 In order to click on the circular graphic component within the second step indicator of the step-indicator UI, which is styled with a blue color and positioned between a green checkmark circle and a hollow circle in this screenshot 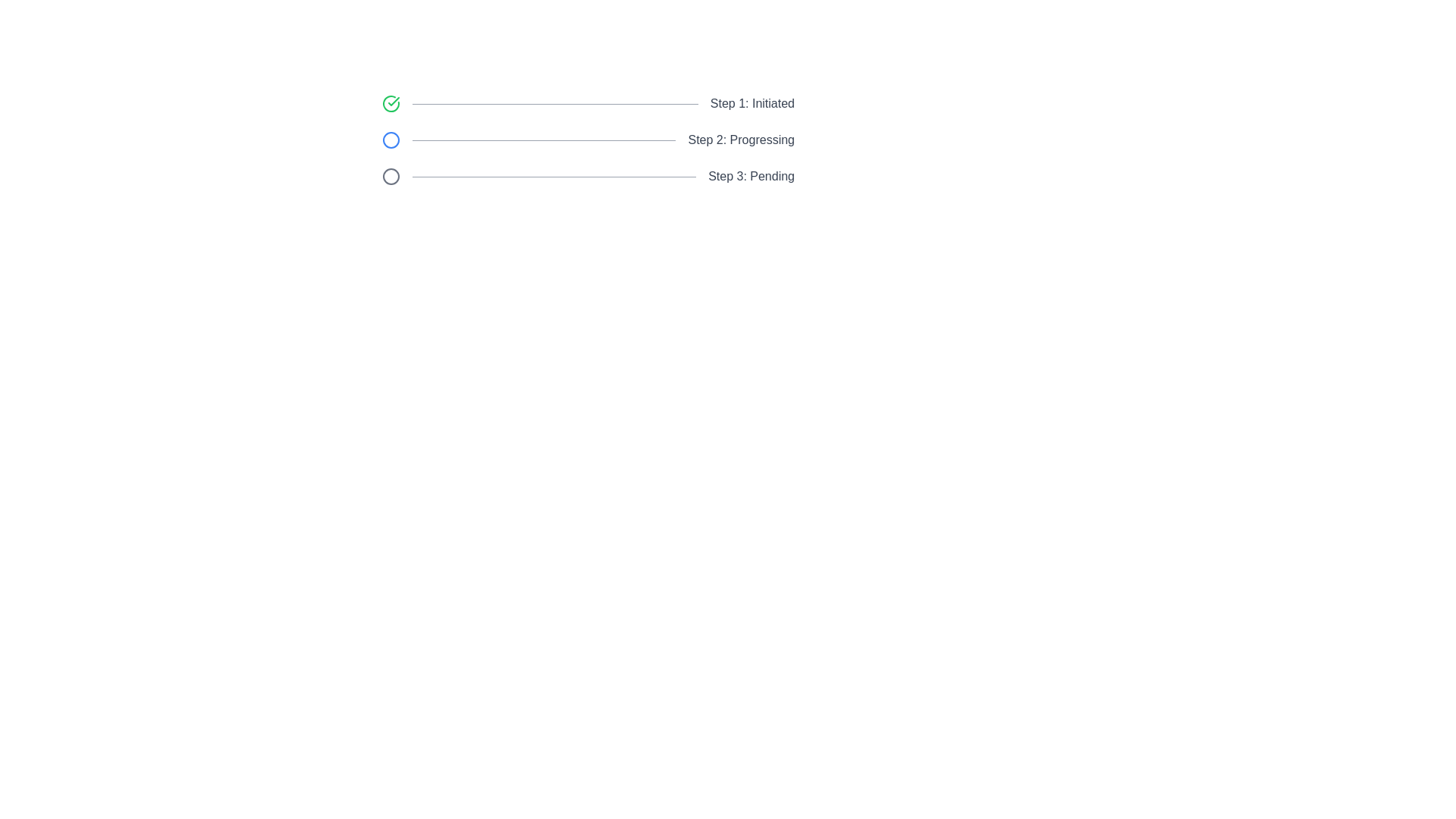, I will do `click(391, 140)`.